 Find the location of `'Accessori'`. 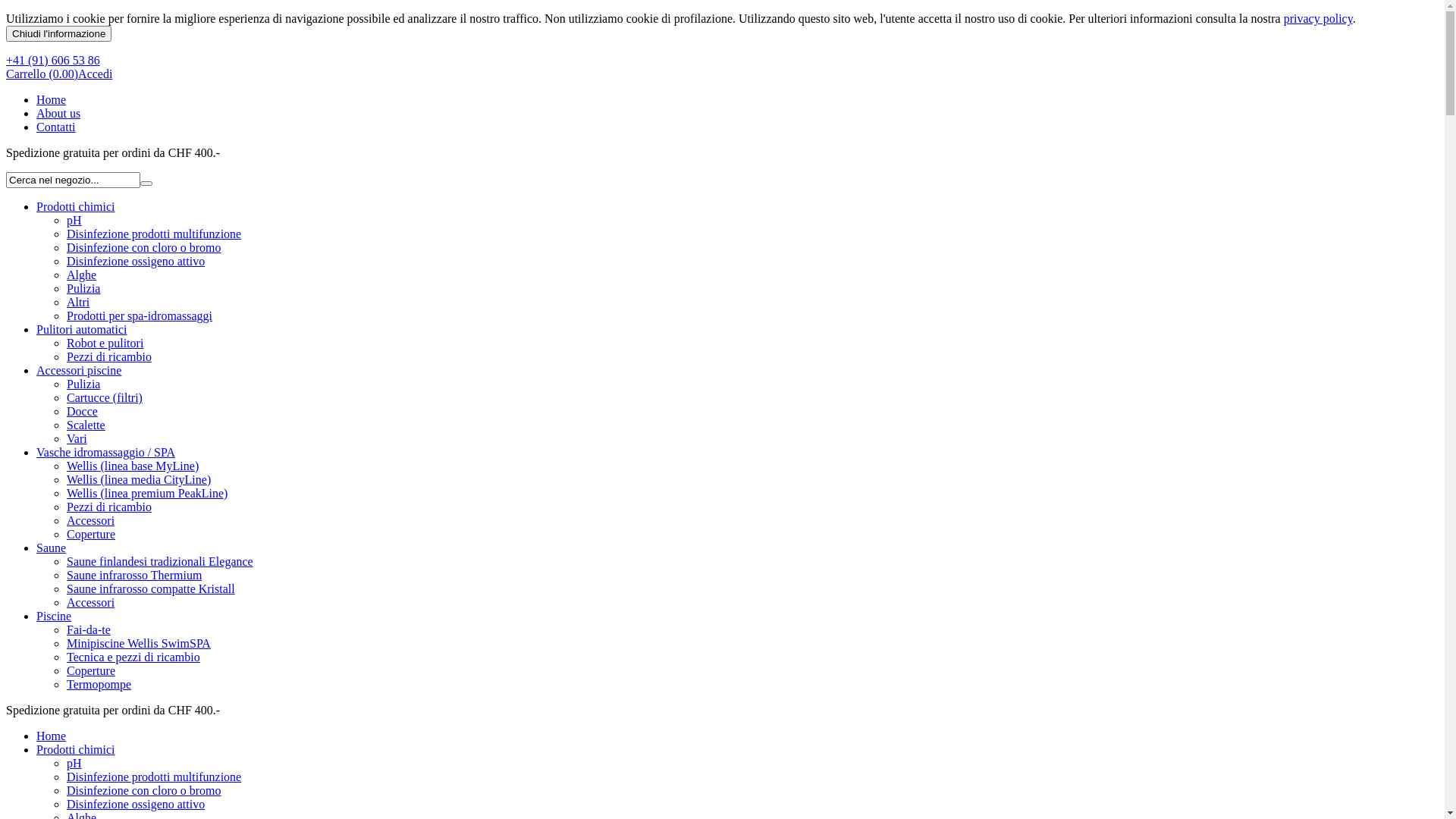

'Accessori' is located at coordinates (89, 601).